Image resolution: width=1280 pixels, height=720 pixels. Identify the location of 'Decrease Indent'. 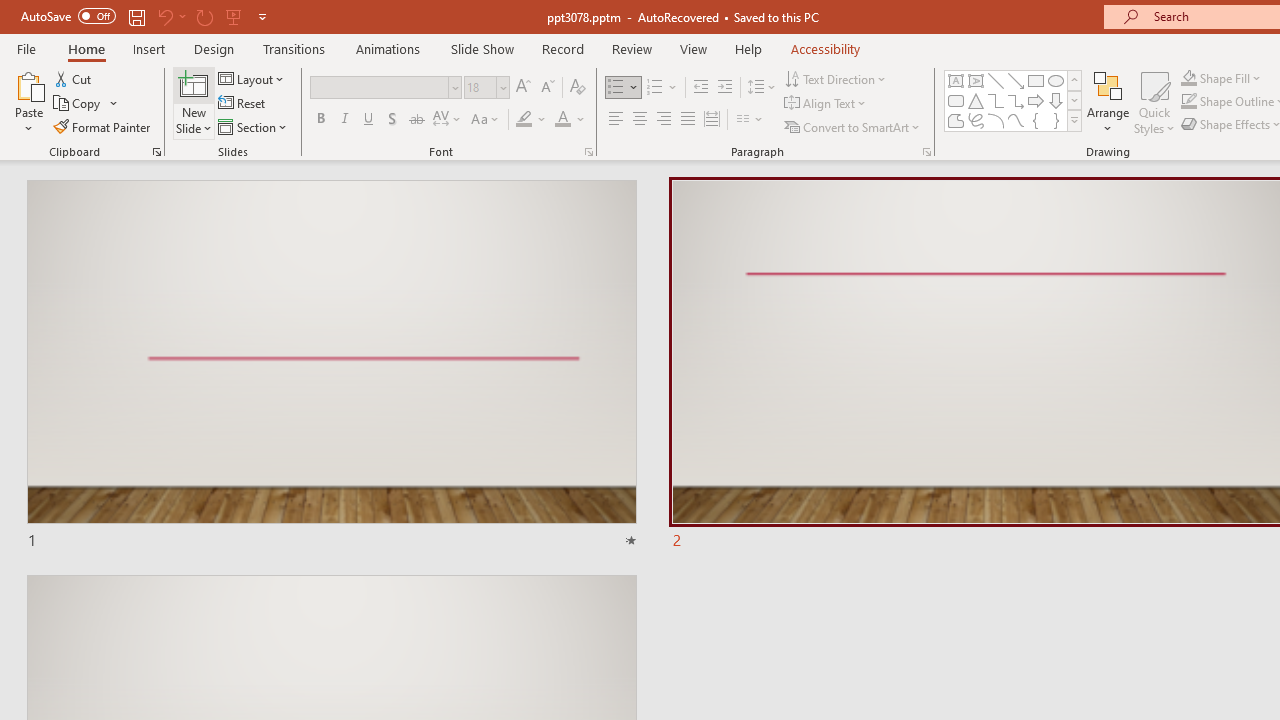
(700, 86).